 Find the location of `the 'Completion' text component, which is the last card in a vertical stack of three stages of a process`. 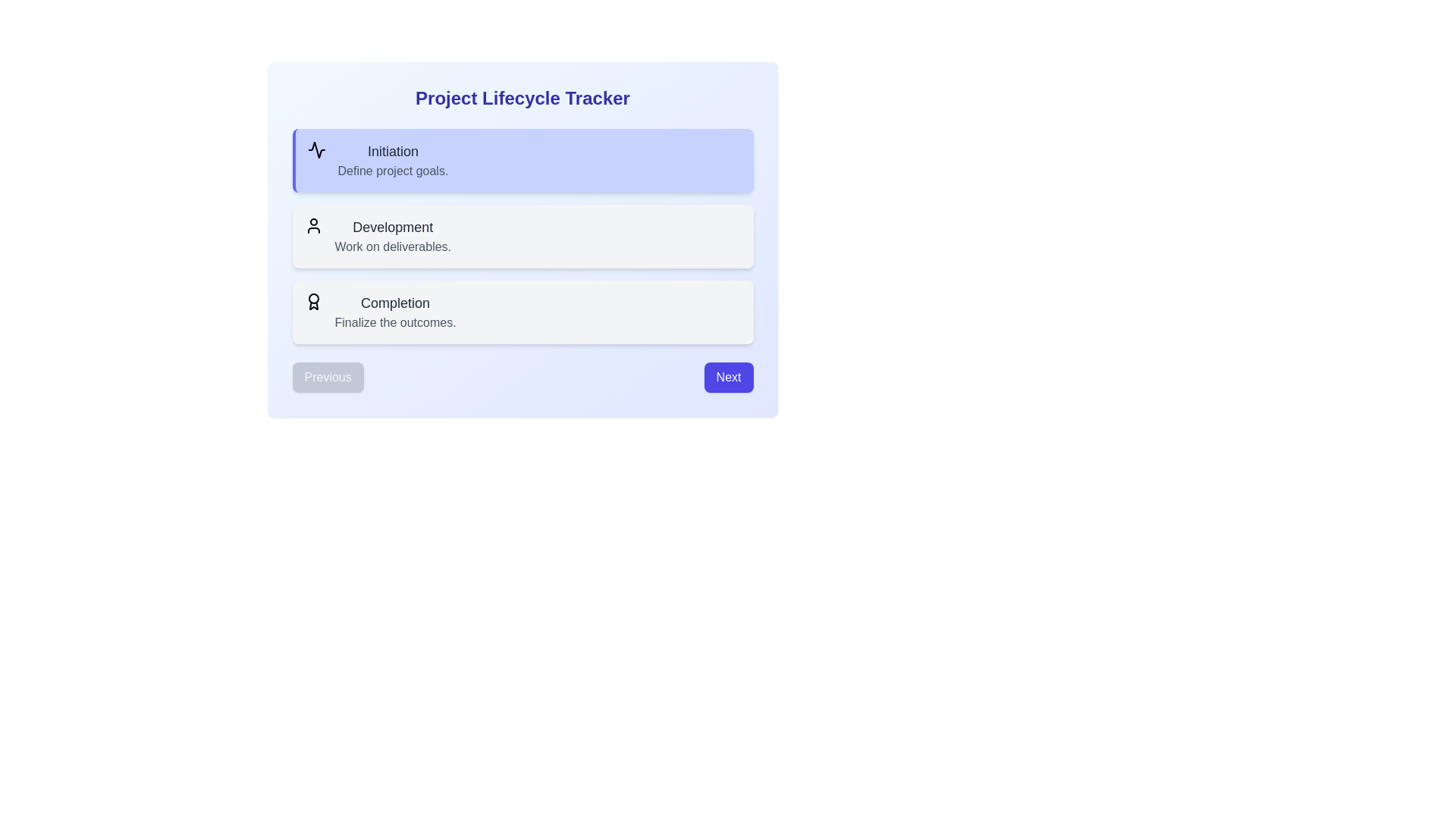

the 'Completion' text component, which is the last card in a vertical stack of three stages of a process is located at coordinates (395, 312).